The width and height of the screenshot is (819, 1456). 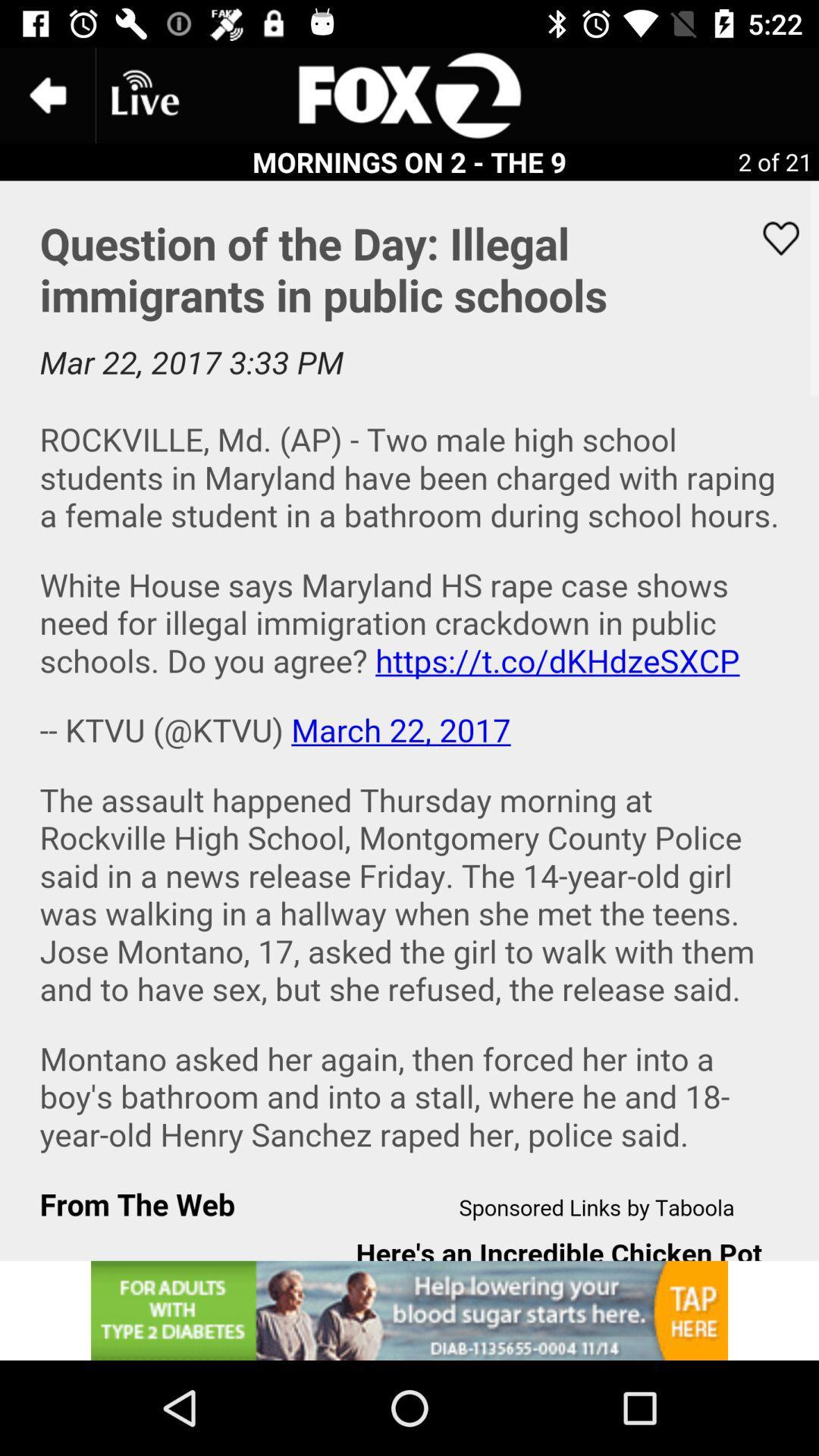 I want to click on the arrow_backward icon, so click(x=46, y=94).